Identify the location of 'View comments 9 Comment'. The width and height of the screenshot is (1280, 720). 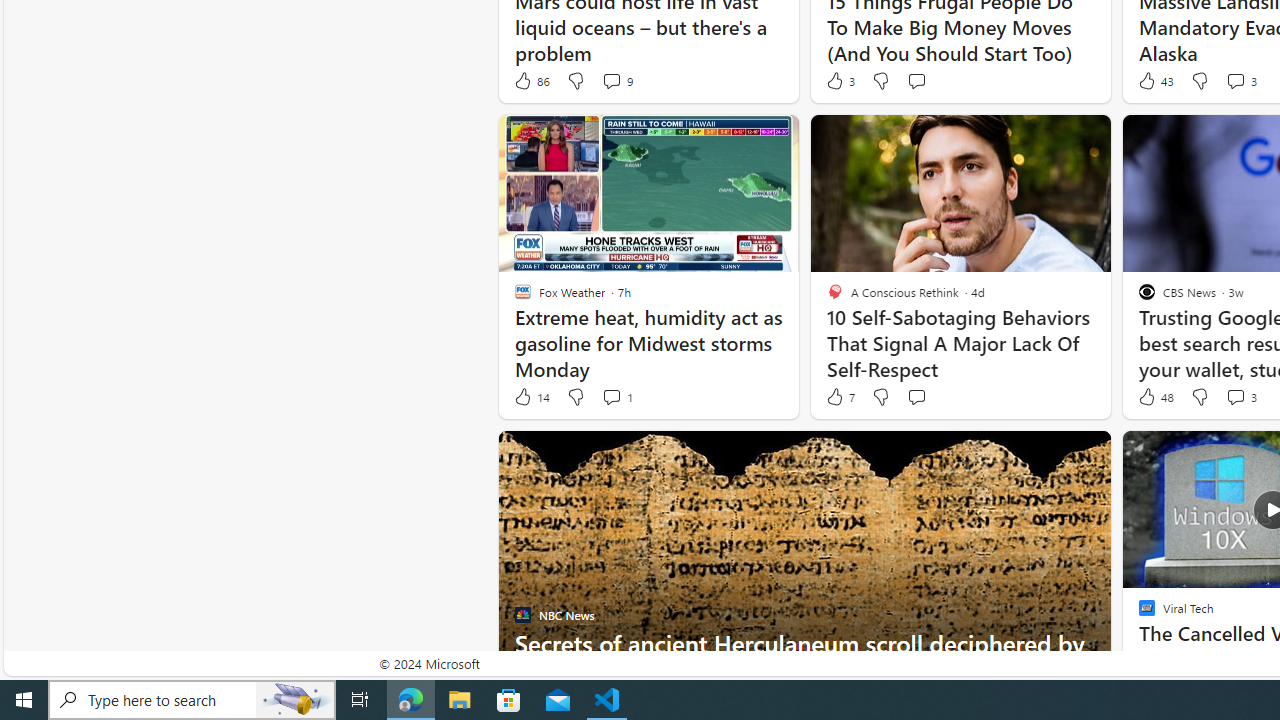
(615, 80).